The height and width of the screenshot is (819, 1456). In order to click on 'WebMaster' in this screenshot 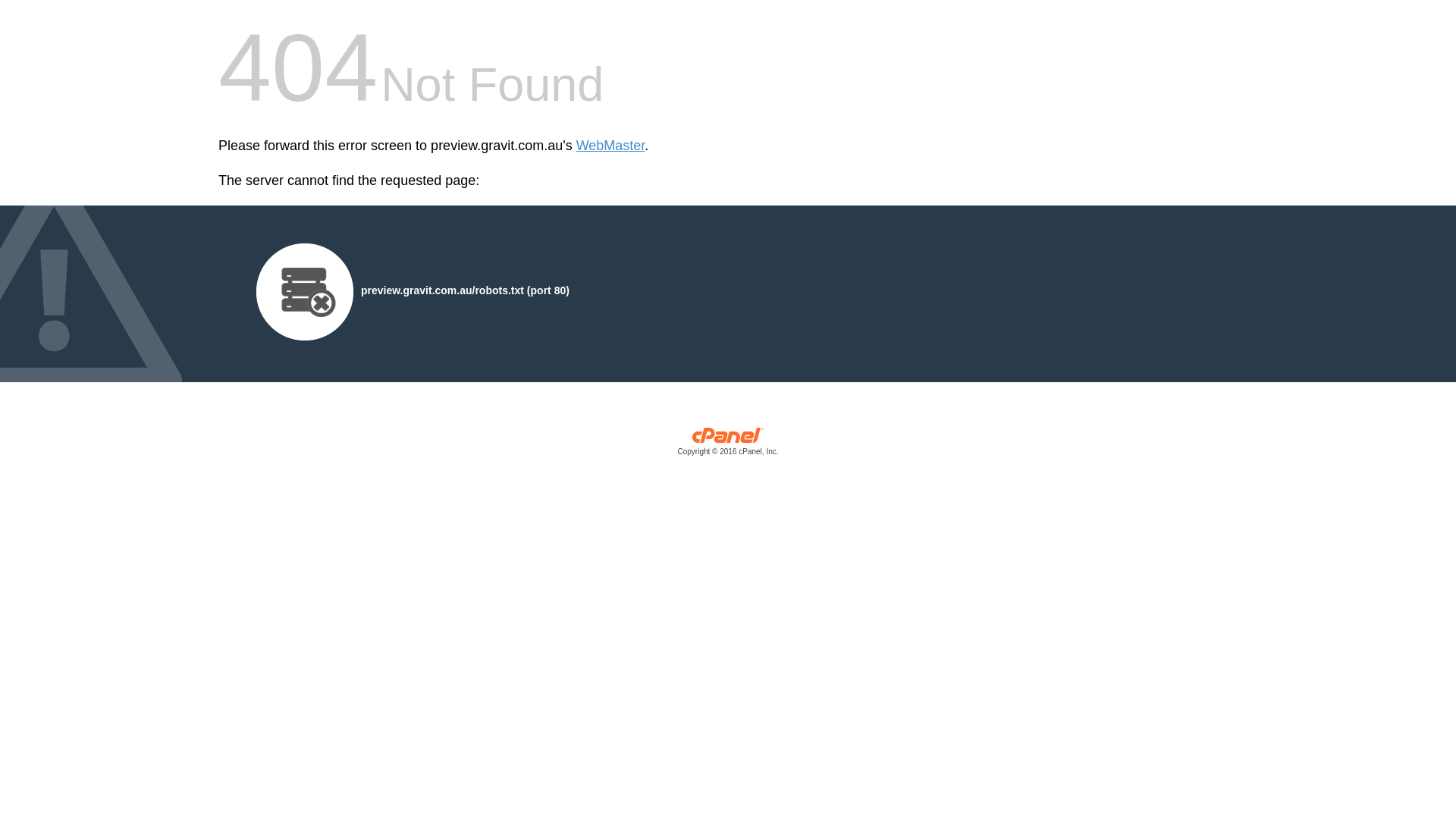, I will do `click(610, 146)`.